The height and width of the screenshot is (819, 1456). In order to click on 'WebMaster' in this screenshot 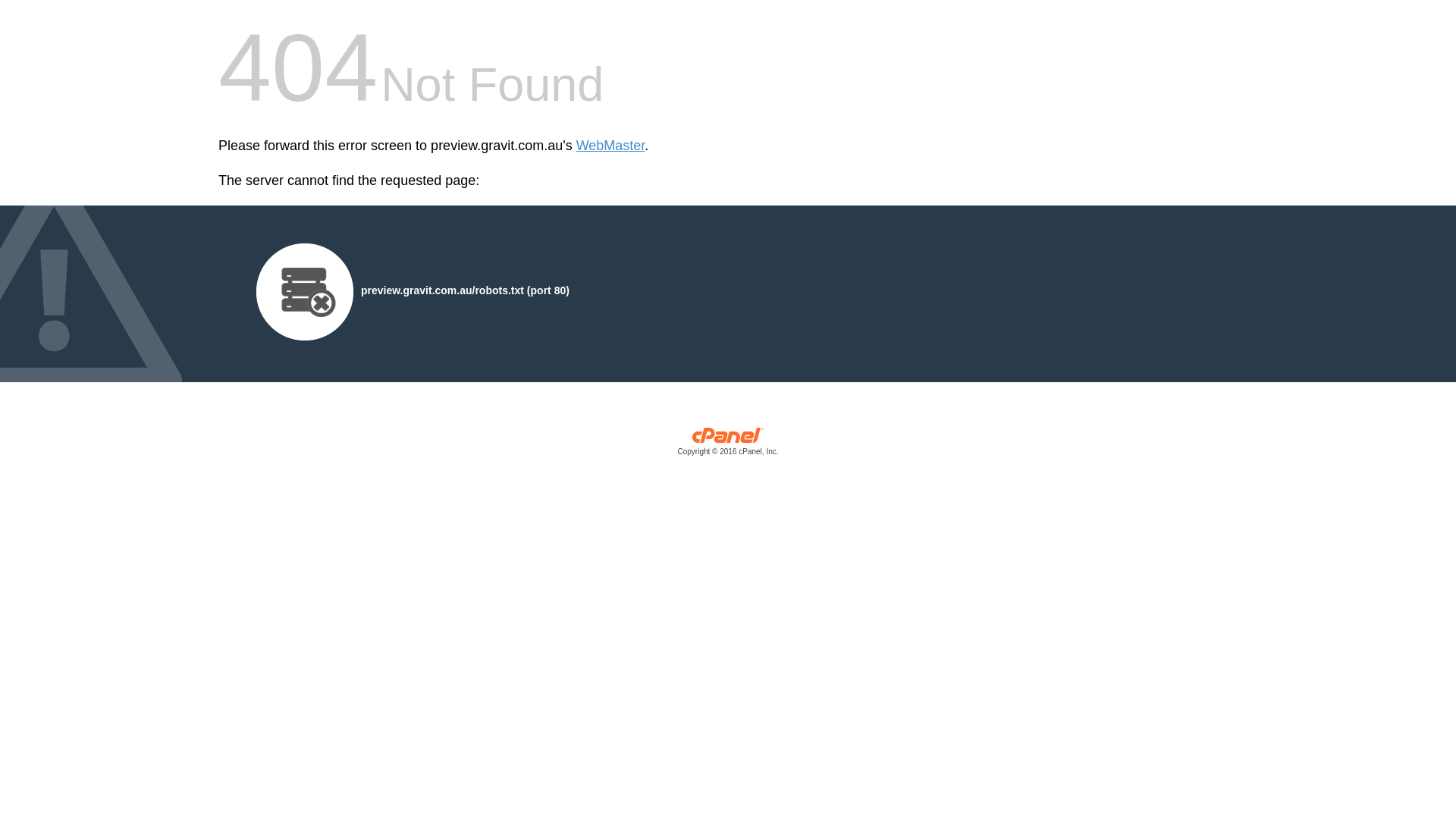, I will do `click(610, 146)`.